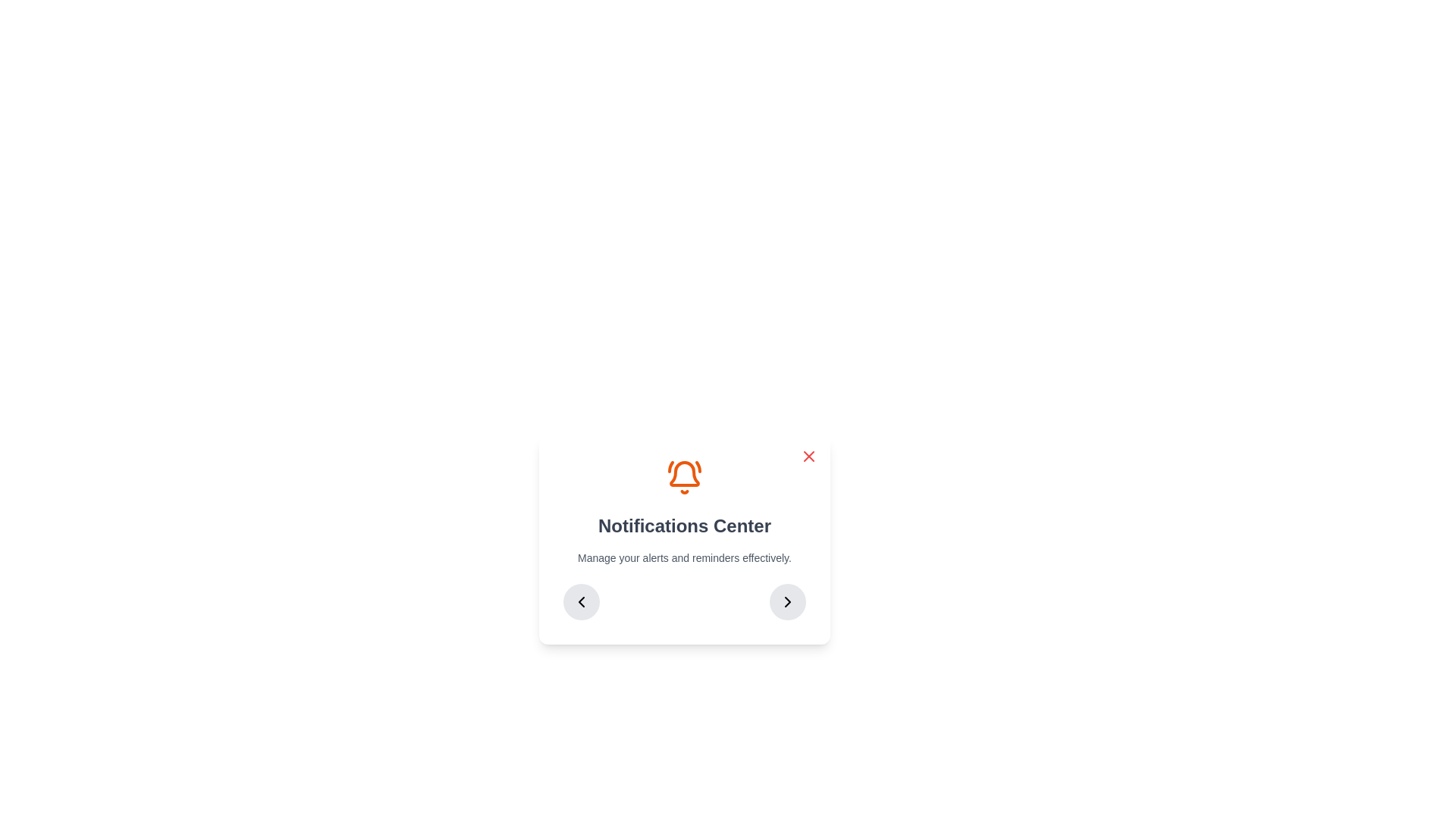 The image size is (1456, 819). I want to click on the navigation arrow icon located in the center of the right-side area of the notification card, so click(787, 601).